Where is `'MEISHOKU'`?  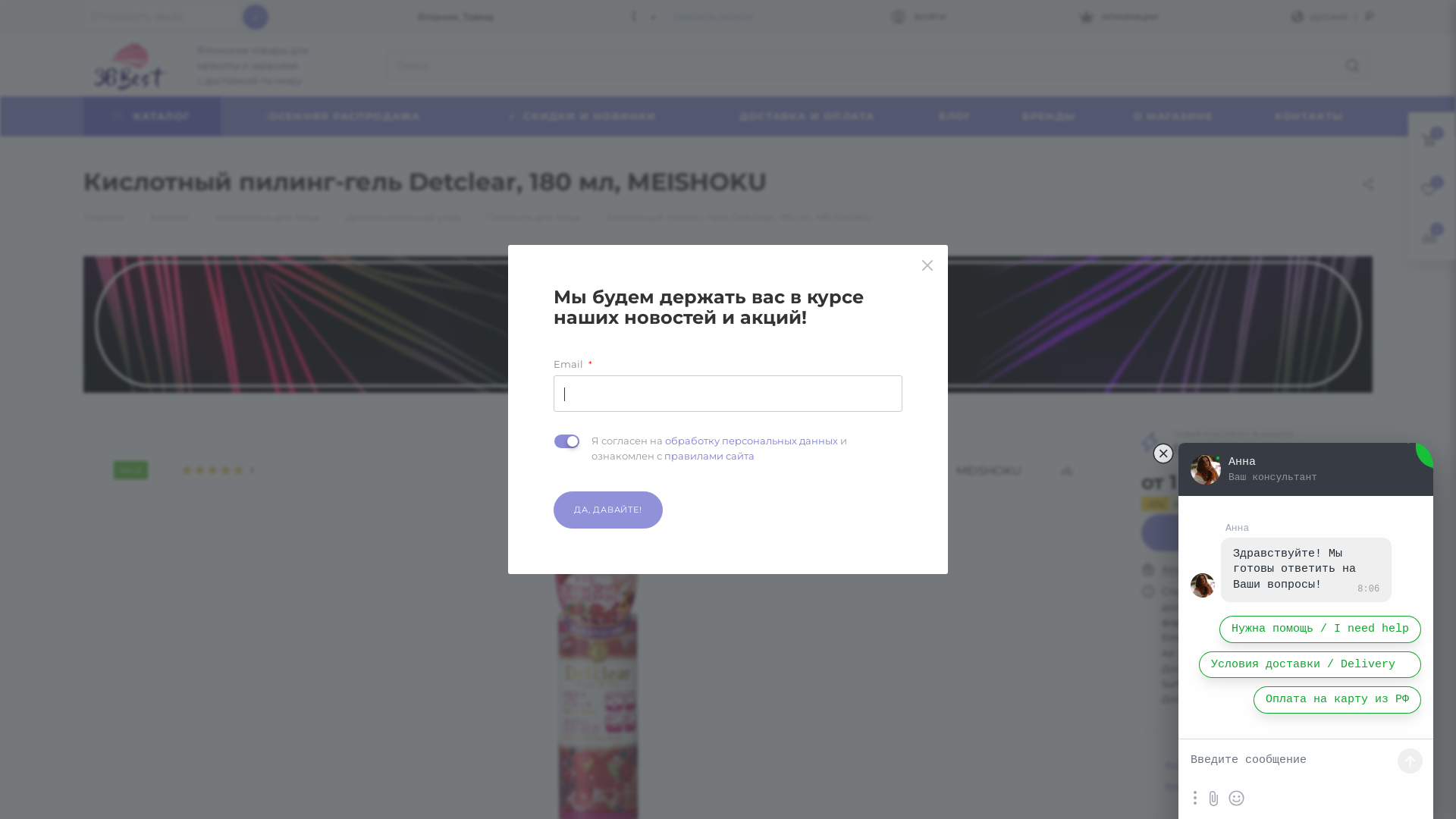 'MEISHOKU' is located at coordinates (989, 469).